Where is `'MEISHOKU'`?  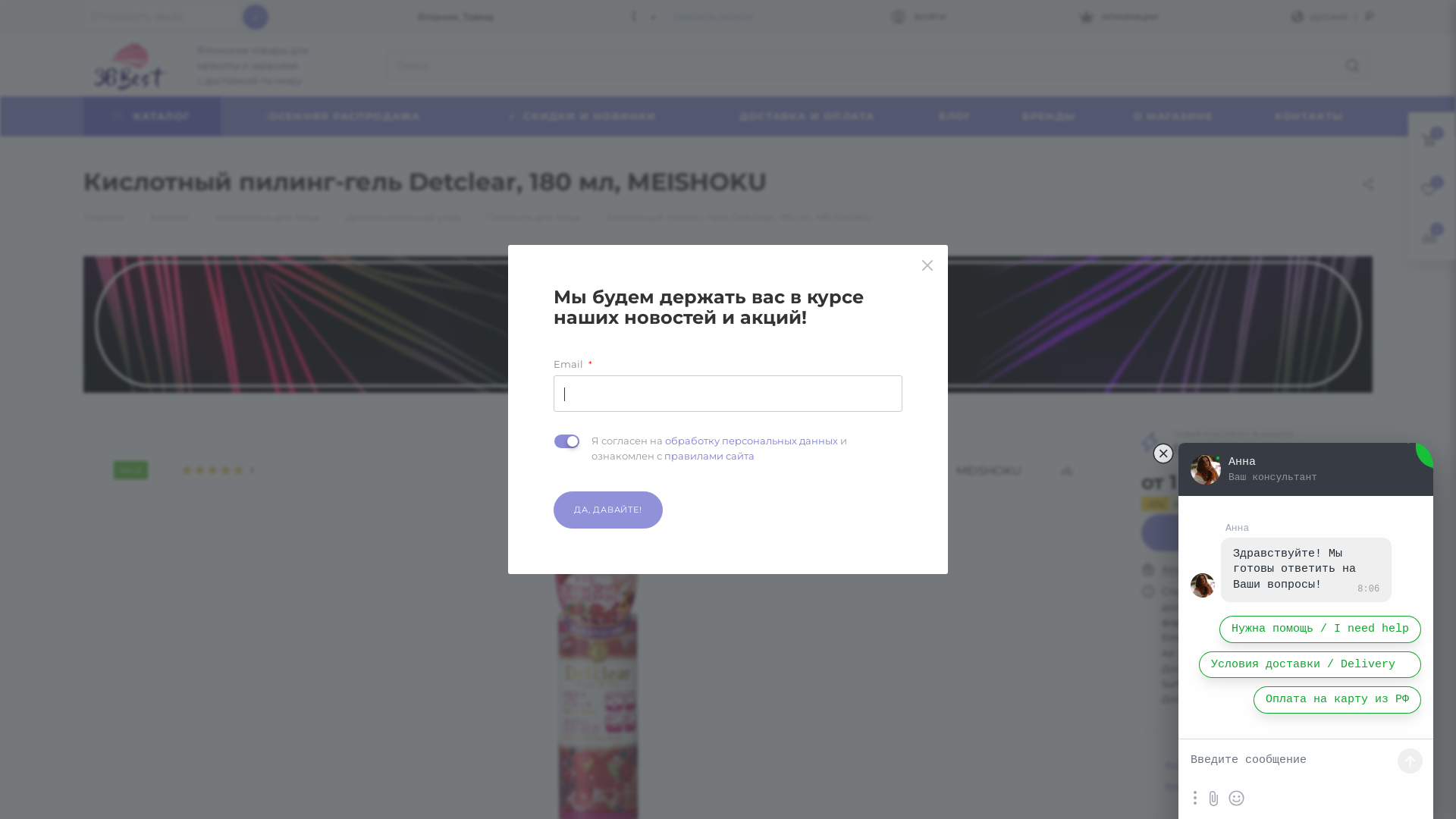 'MEISHOKU' is located at coordinates (989, 469).